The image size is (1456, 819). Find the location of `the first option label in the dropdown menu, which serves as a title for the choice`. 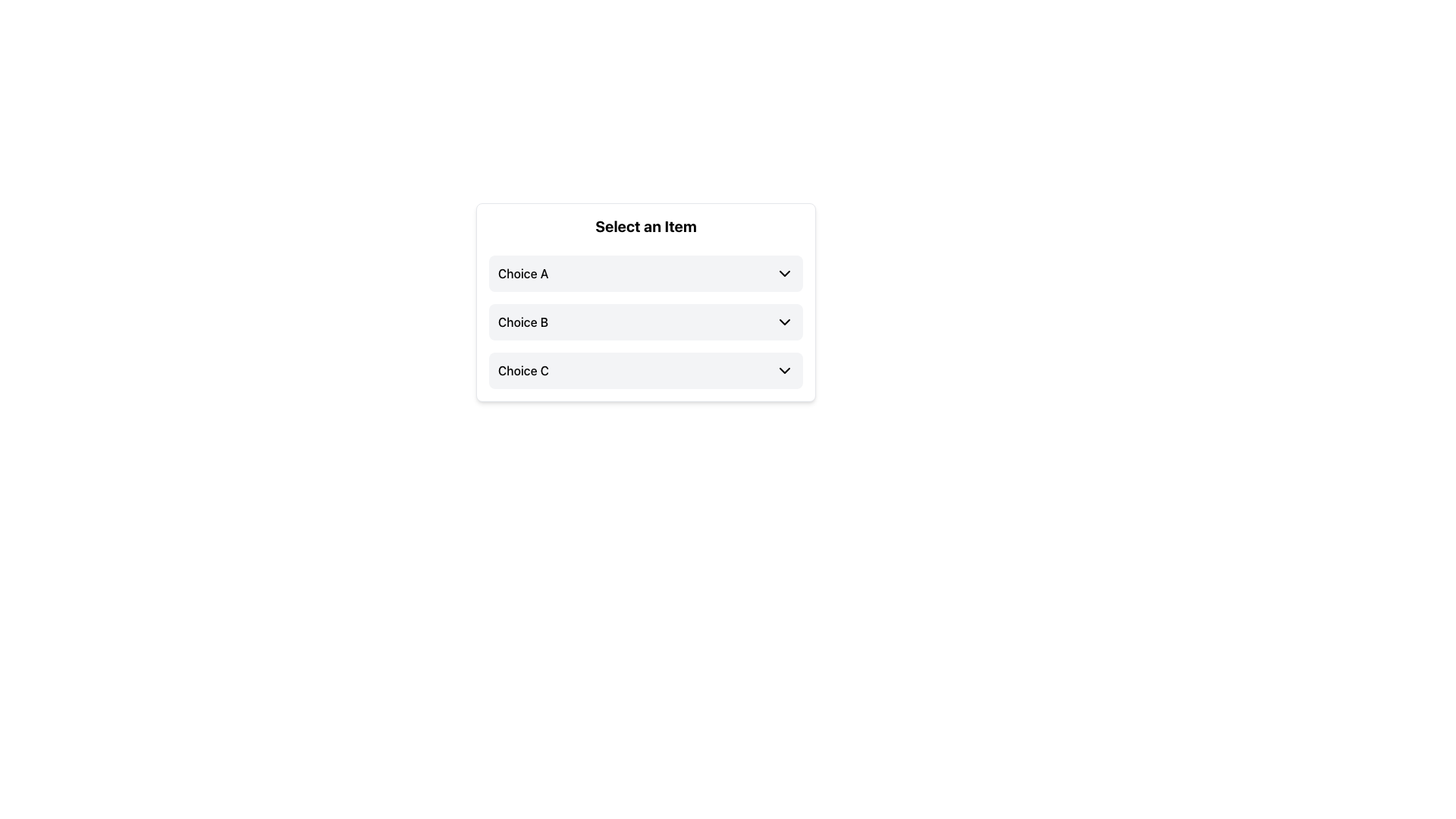

the first option label in the dropdown menu, which serves as a title for the choice is located at coordinates (523, 274).